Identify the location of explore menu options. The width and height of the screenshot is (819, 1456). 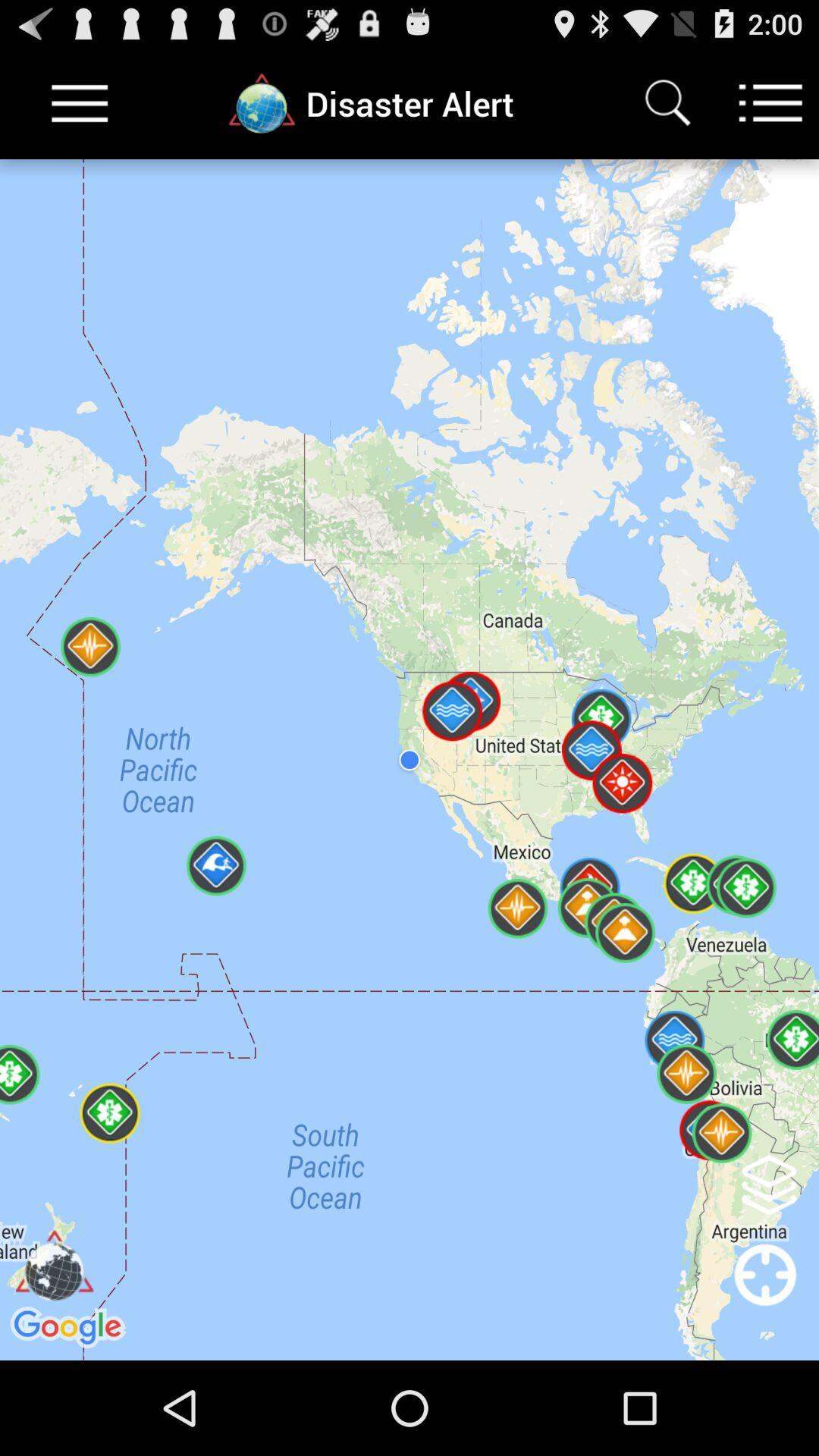
(770, 102).